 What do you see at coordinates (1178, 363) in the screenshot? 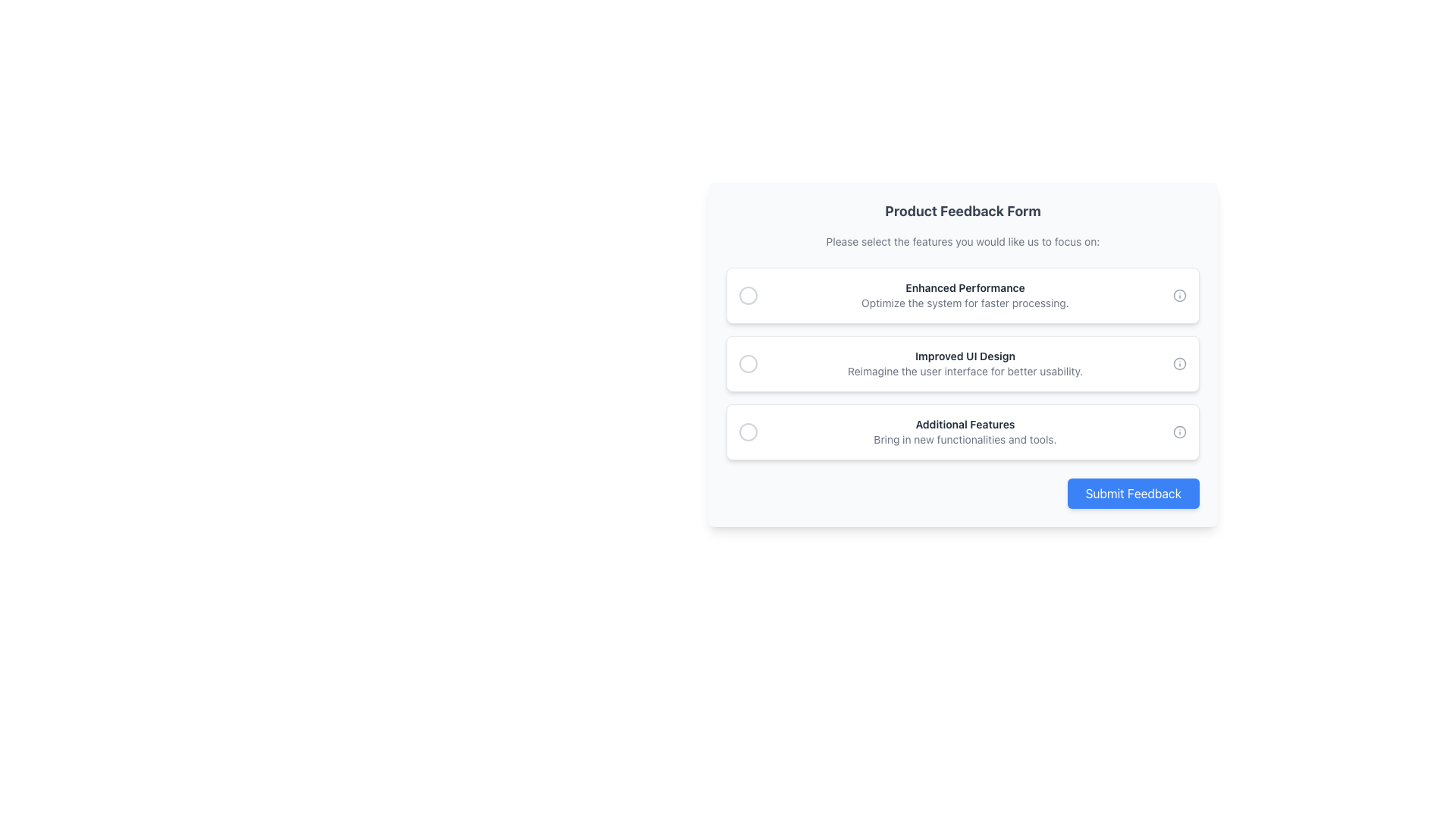
I see `the circular icon element with a gray border located next to the text 'Improved UI Design' in the second list item of the feedback form` at bounding box center [1178, 363].